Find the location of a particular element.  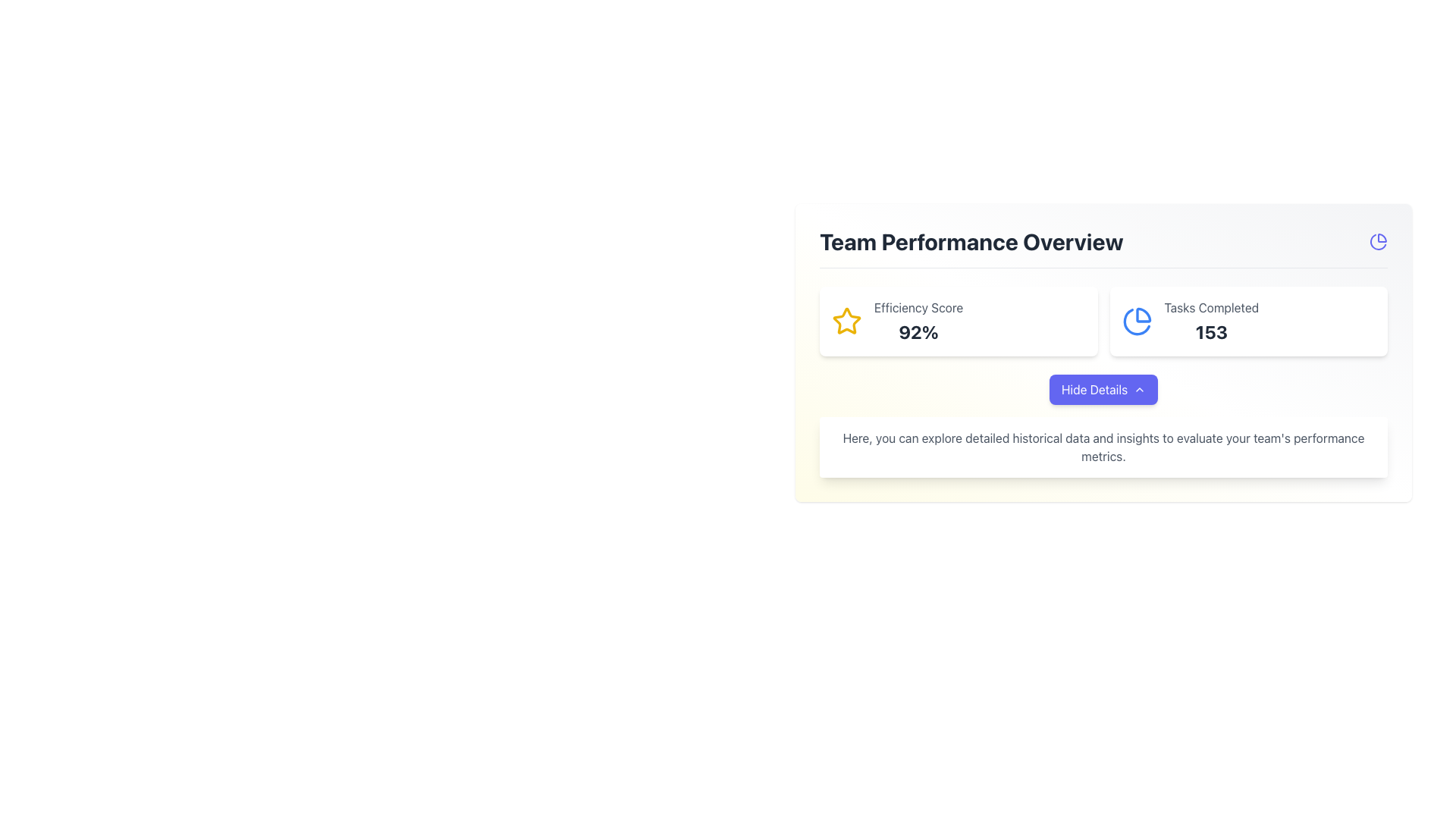

the informational Static Text located in the 'Team Performance Overview' section, positioned below the performance scores and 'Hide Details' button is located at coordinates (1103, 447).